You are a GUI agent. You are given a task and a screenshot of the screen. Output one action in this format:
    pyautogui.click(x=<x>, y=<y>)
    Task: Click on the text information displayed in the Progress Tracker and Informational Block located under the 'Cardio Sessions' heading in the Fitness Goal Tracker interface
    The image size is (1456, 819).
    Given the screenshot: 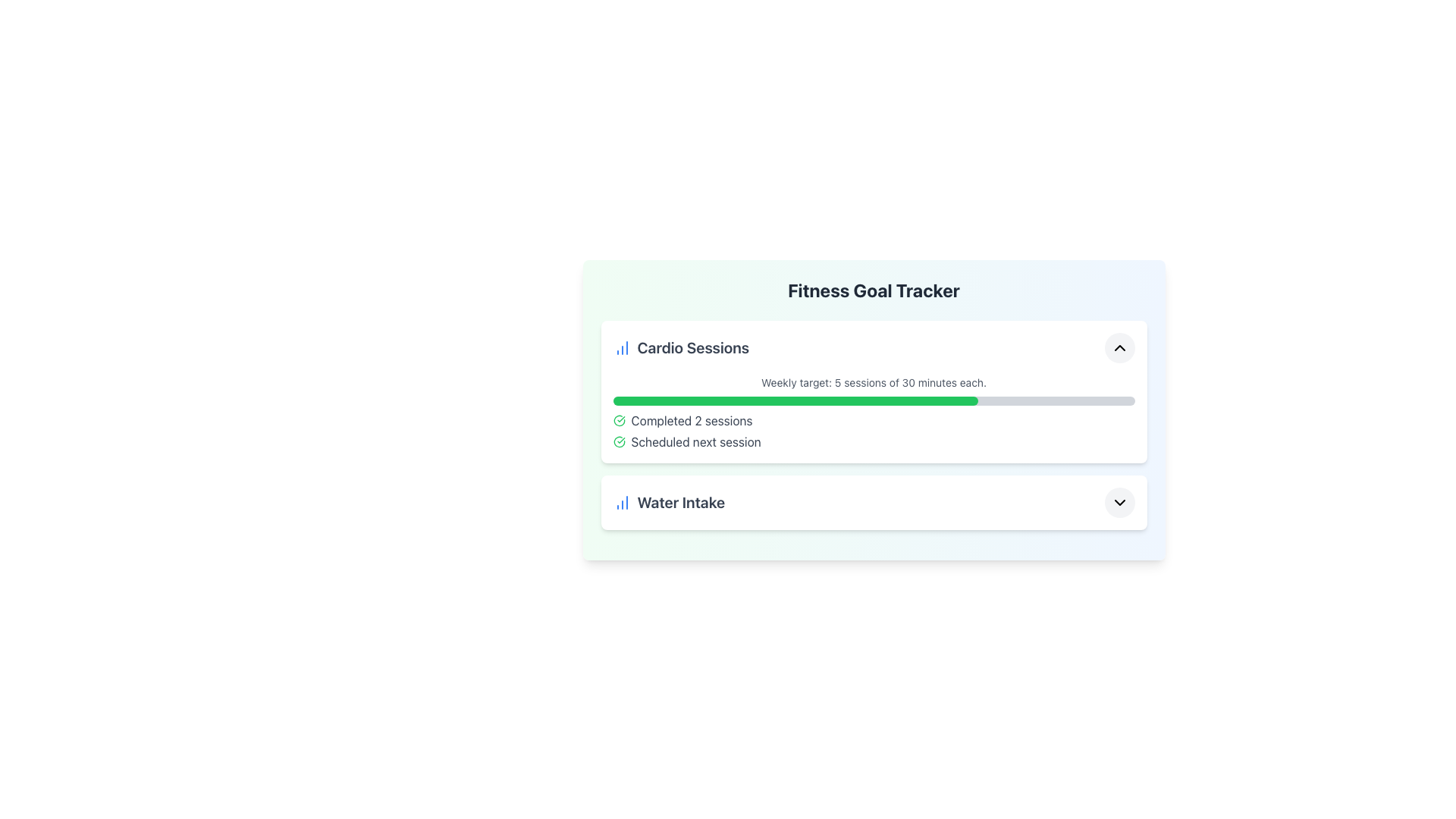 What is the action you would take?
    pyautogui.click(x=874, y=413)
    